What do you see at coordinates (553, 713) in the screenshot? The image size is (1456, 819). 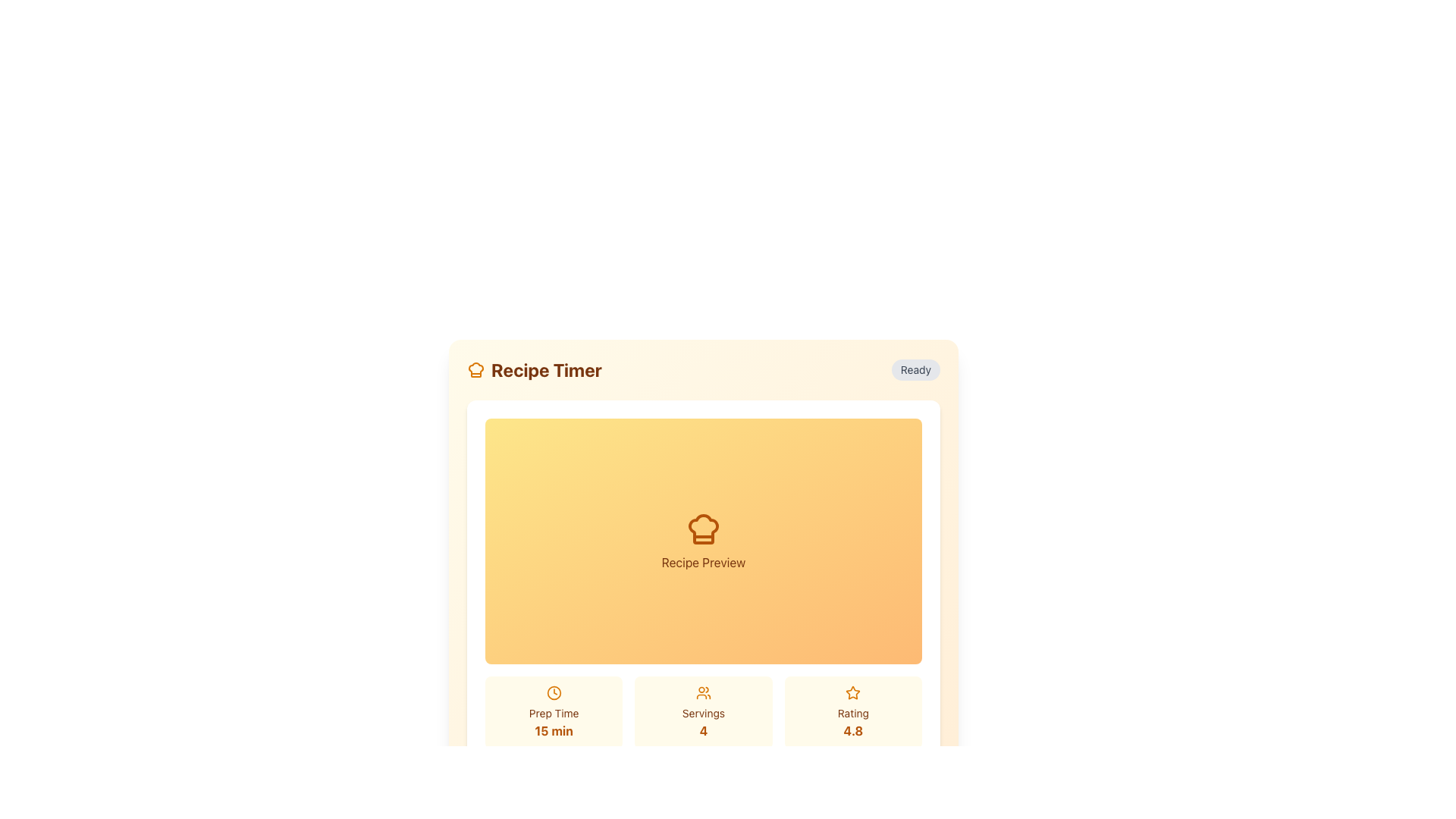 I see `the informational label displaying 'Prep Time' with the clock icon and '15 min' text, which is the leftmost element in the grid below the 'Recipe Preview' section` at bounding box center [553, 713].